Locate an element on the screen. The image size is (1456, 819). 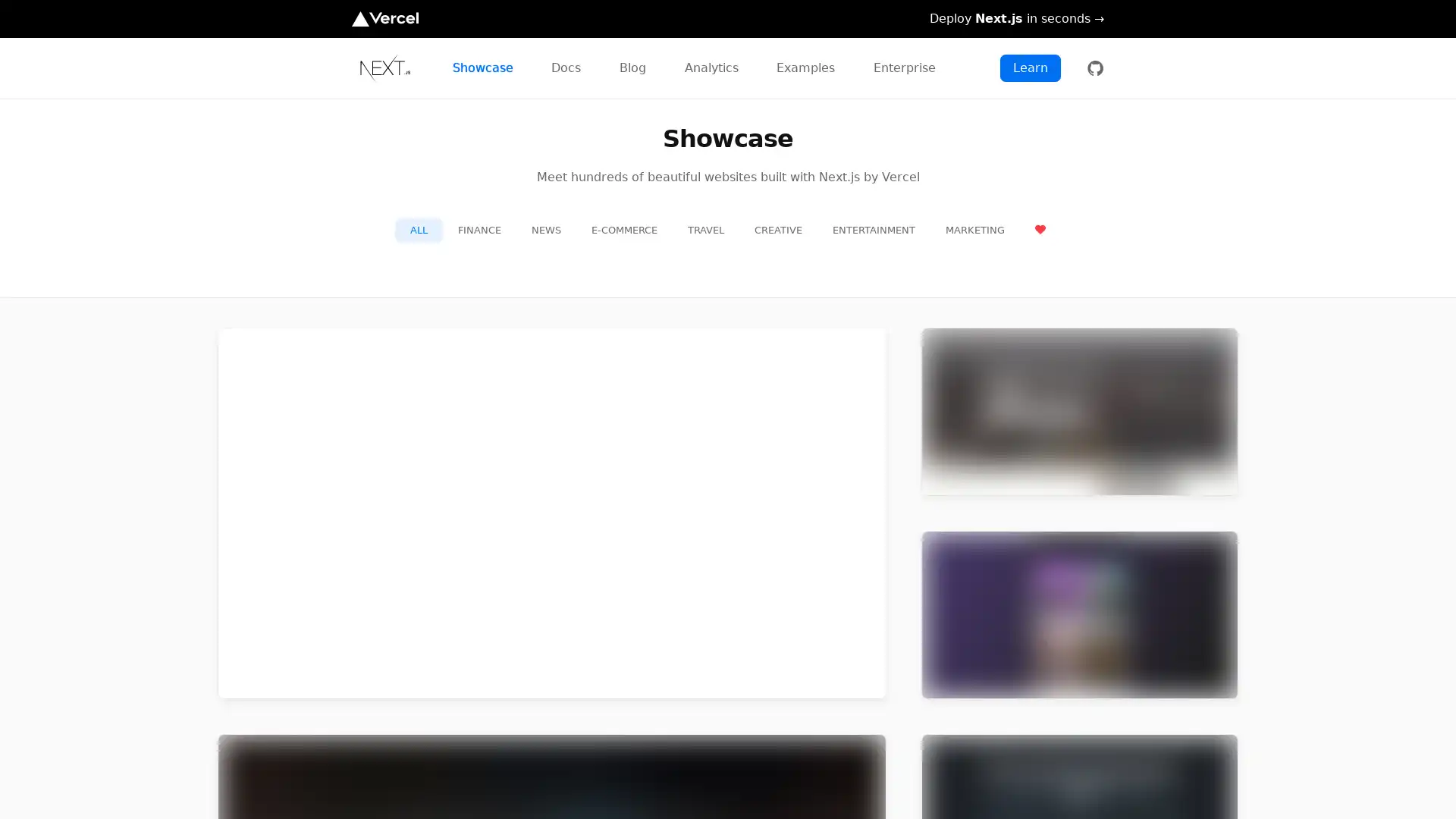
TRAVEL is located at coordinates (705, 230).